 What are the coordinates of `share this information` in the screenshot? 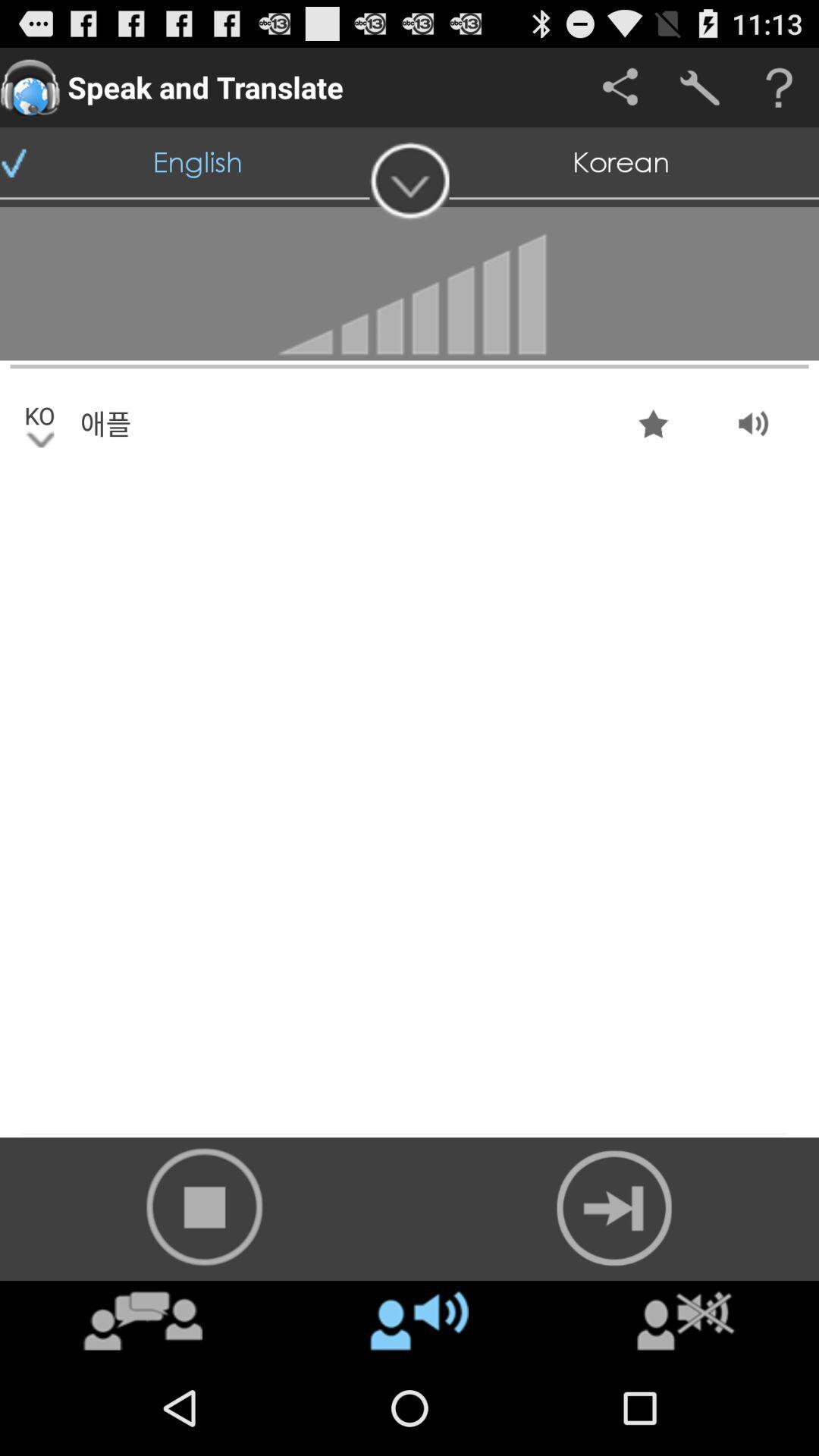 It's located at (620, 86).